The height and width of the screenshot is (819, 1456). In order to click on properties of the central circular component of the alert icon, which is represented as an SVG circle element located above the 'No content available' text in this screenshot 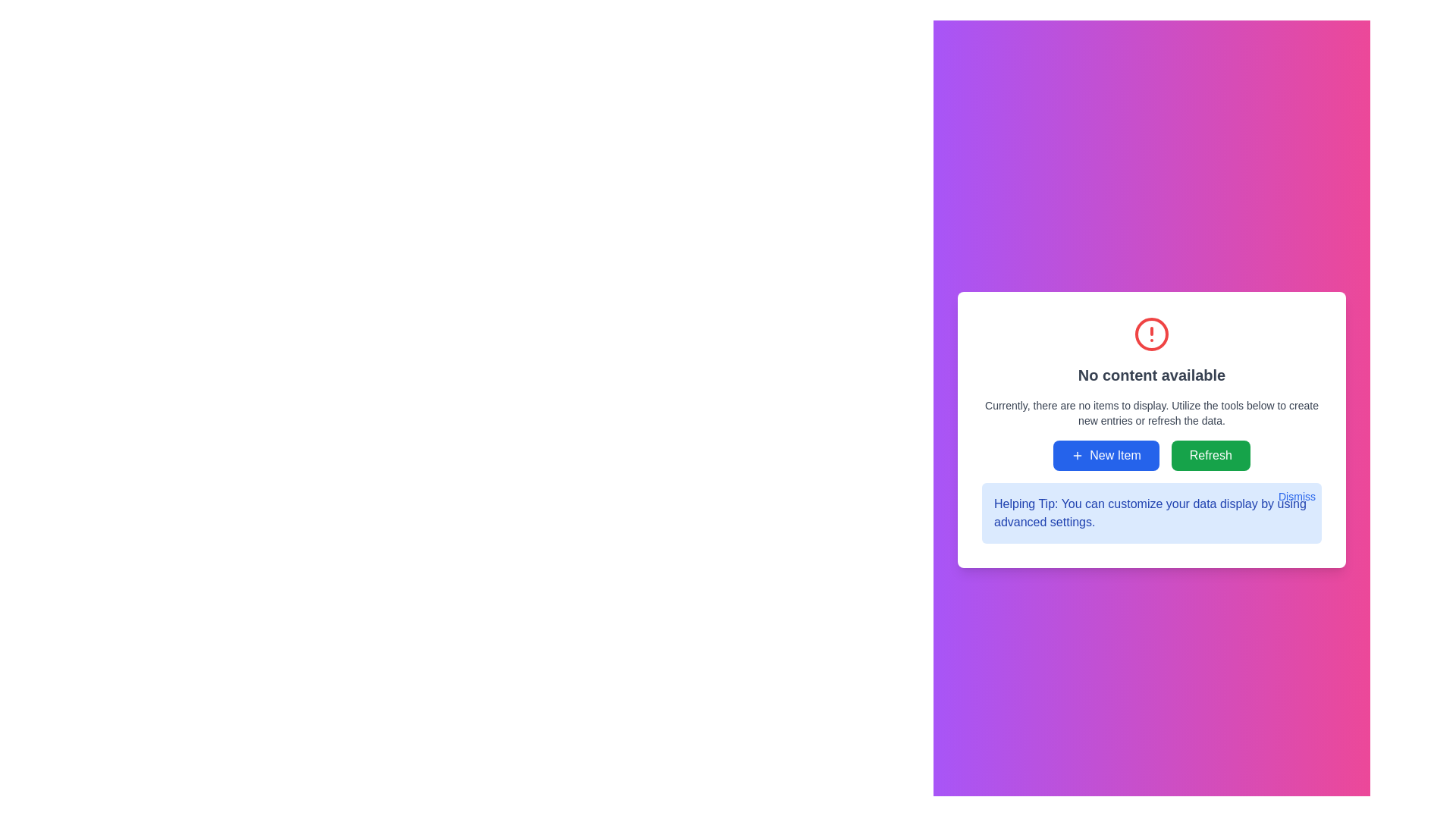, I will do `click(1151, 333)`.